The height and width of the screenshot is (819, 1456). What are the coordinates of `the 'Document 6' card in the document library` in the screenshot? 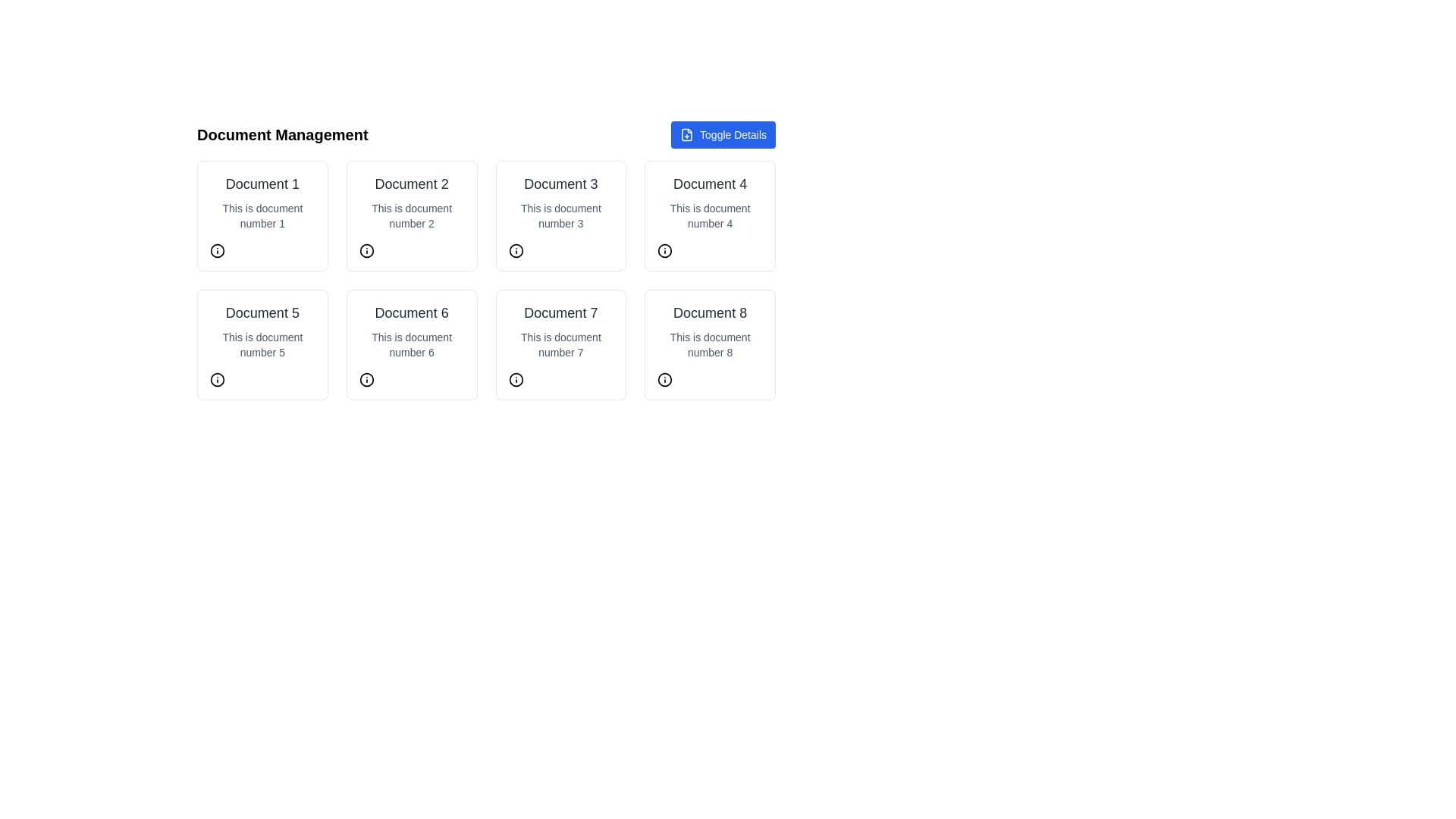 It's located at (411, 345).